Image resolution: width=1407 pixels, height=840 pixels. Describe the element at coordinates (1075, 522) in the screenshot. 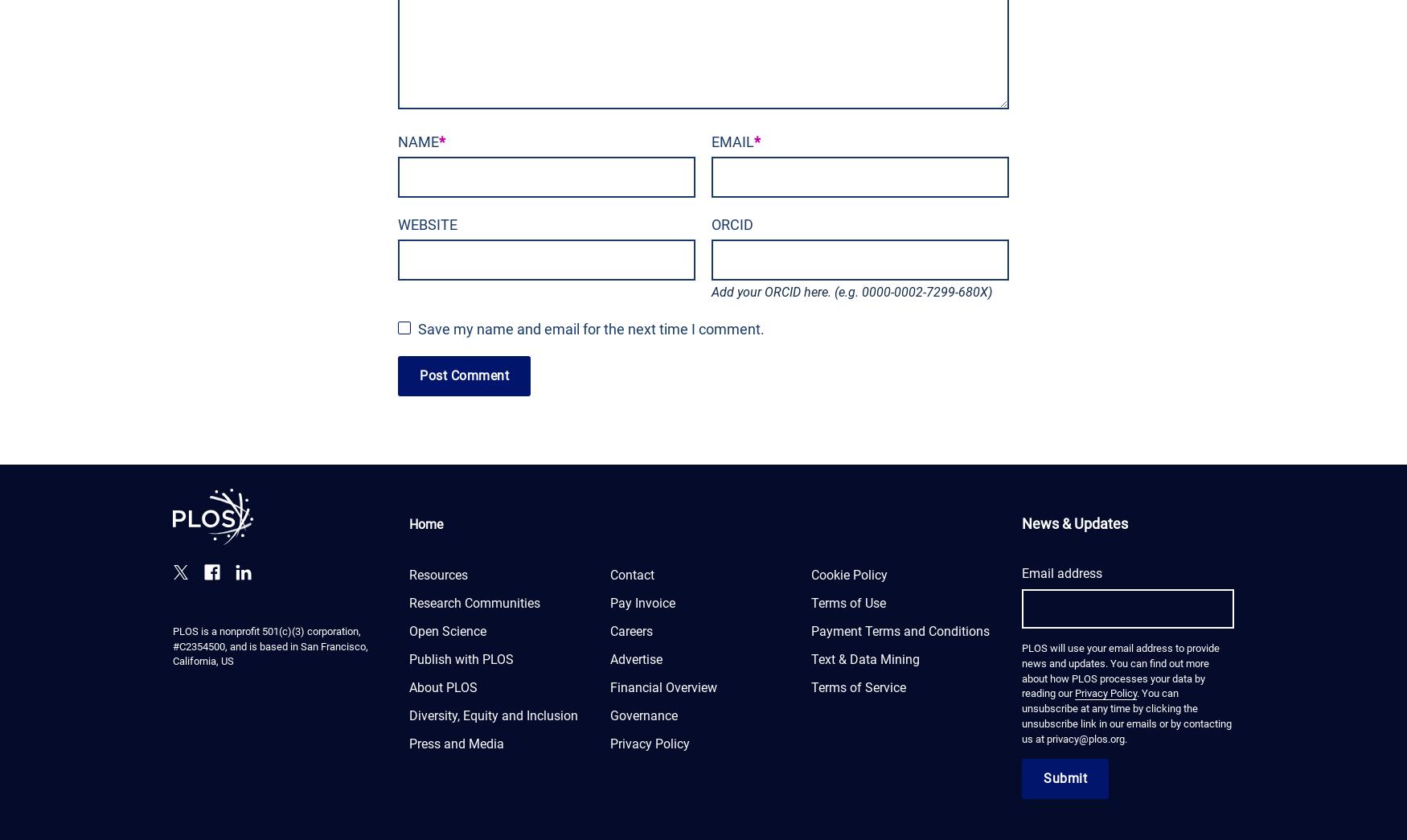

I see `'News & Updates'` at that location.